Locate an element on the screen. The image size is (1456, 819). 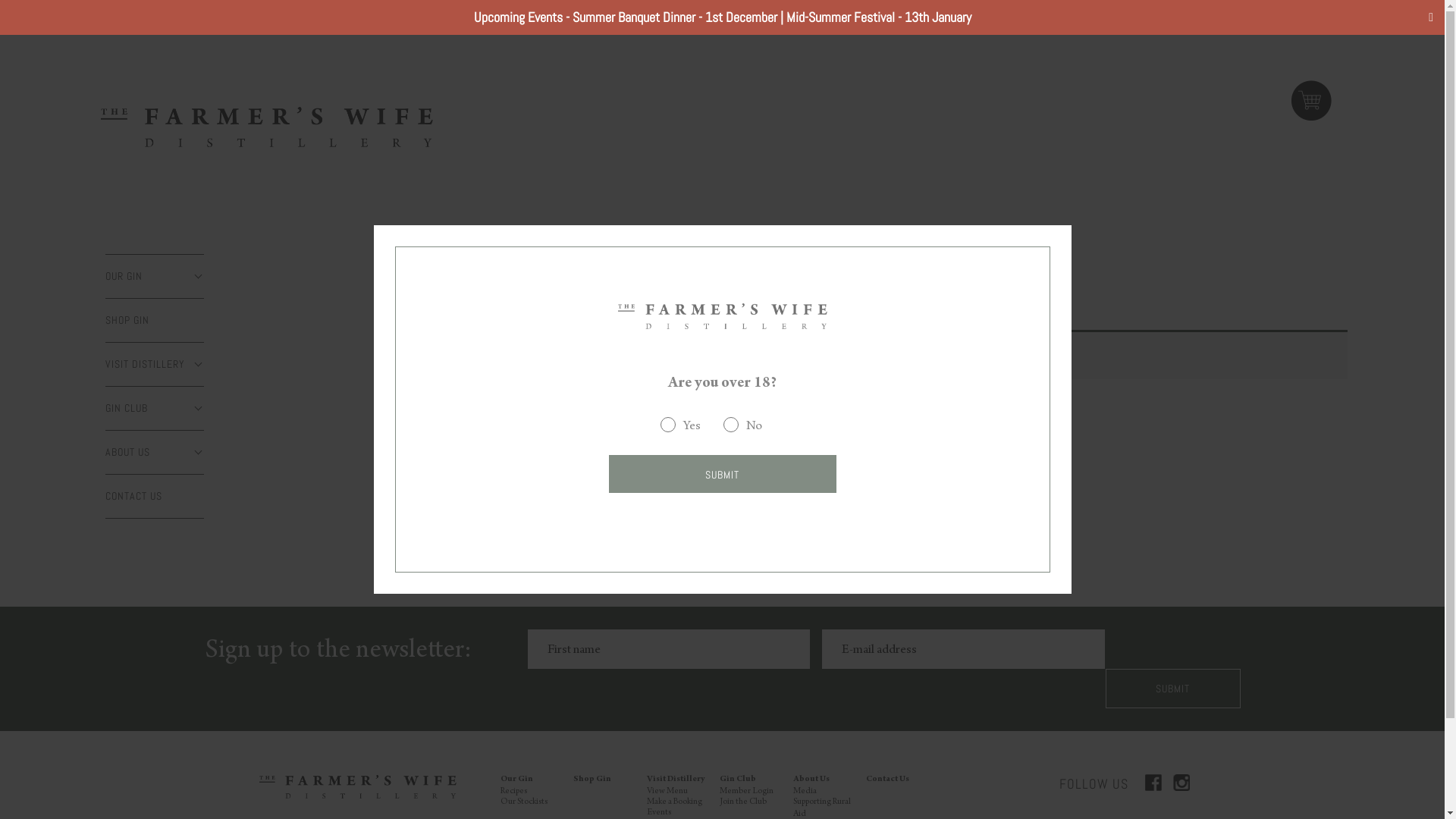
'Shop Gin' is located at coordinates (591, 780).